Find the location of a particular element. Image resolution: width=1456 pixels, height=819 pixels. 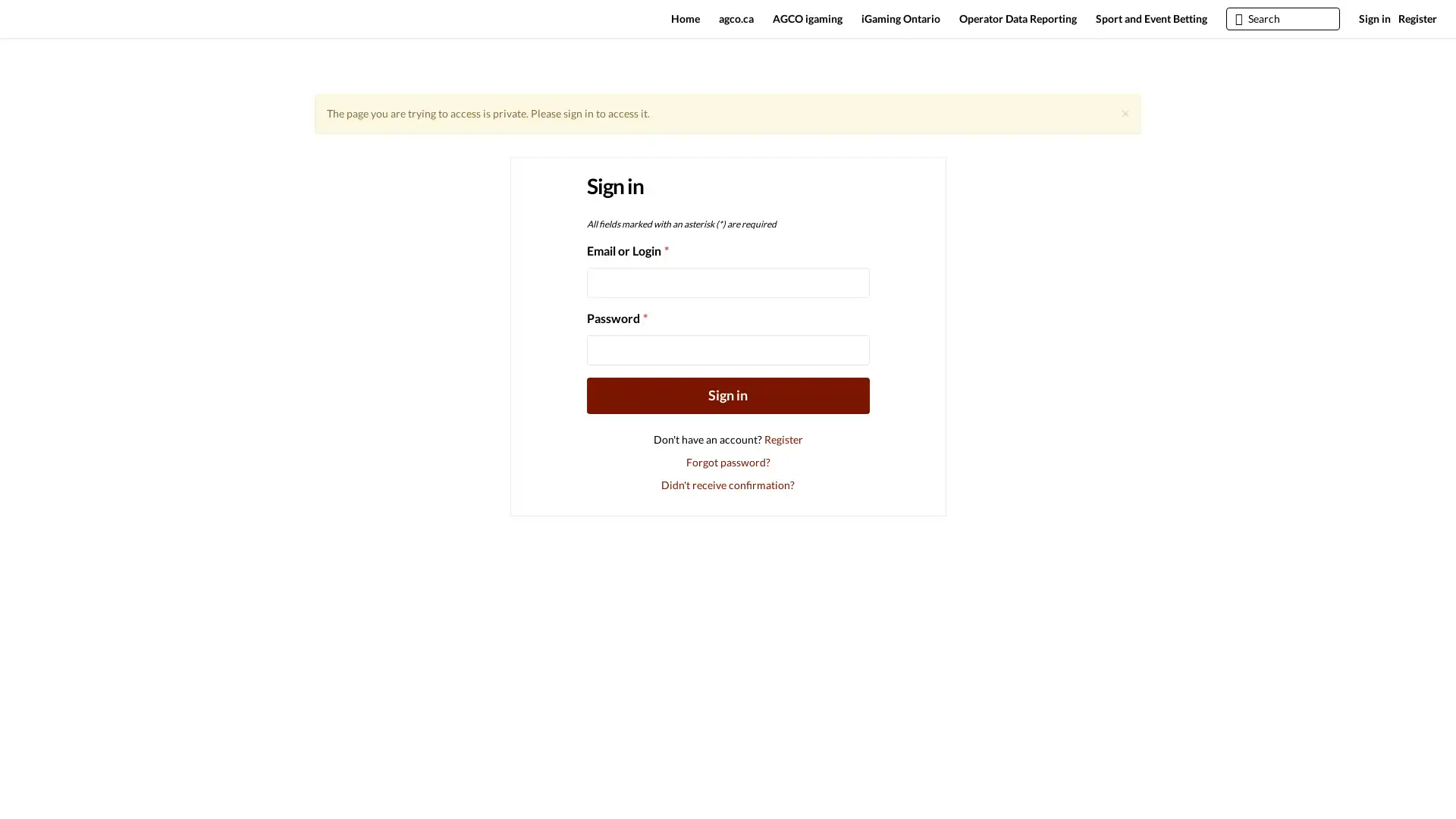

Sign in is located at coordinates (726, 402).